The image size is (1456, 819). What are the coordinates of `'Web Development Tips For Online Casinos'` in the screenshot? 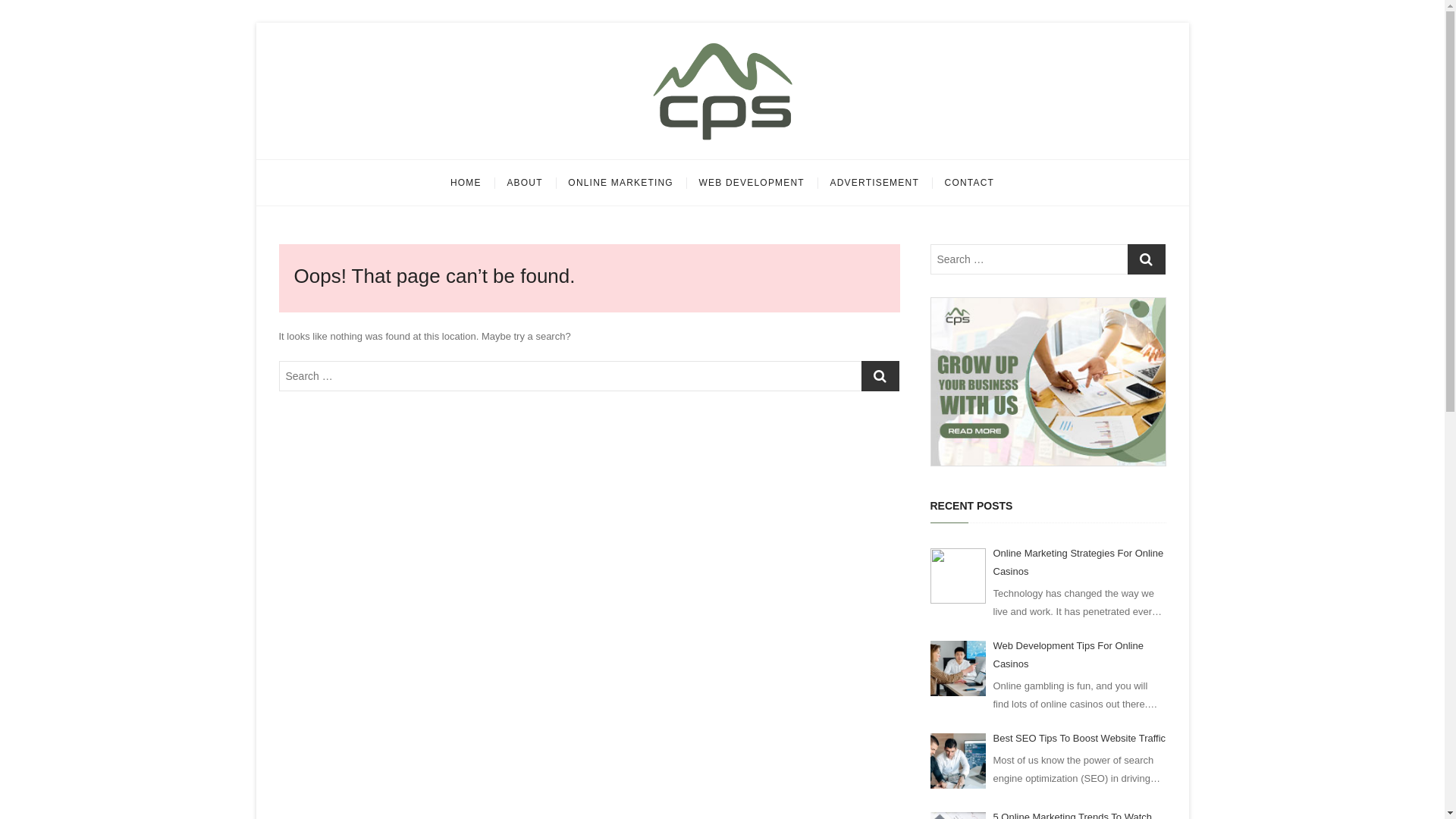 It's located at (956, 667).